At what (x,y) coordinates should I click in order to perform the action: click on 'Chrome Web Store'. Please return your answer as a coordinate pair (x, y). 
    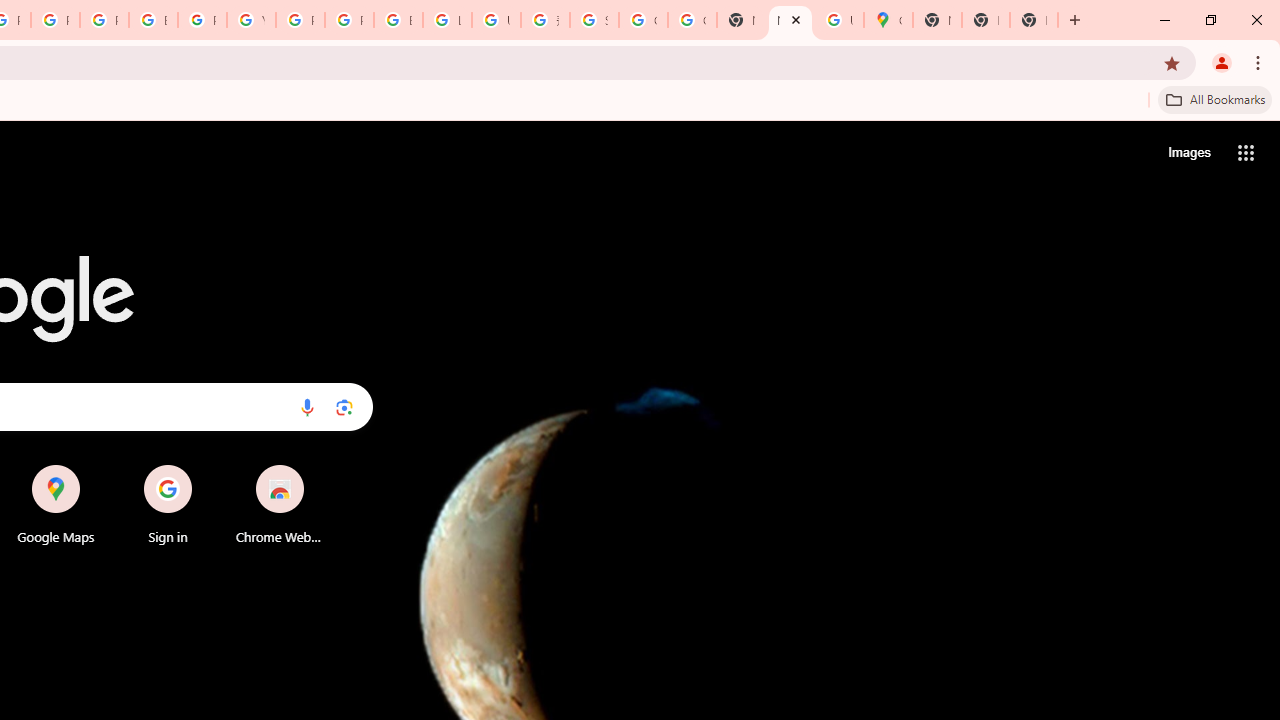
    Looking at the image, I should click on (278, 504).